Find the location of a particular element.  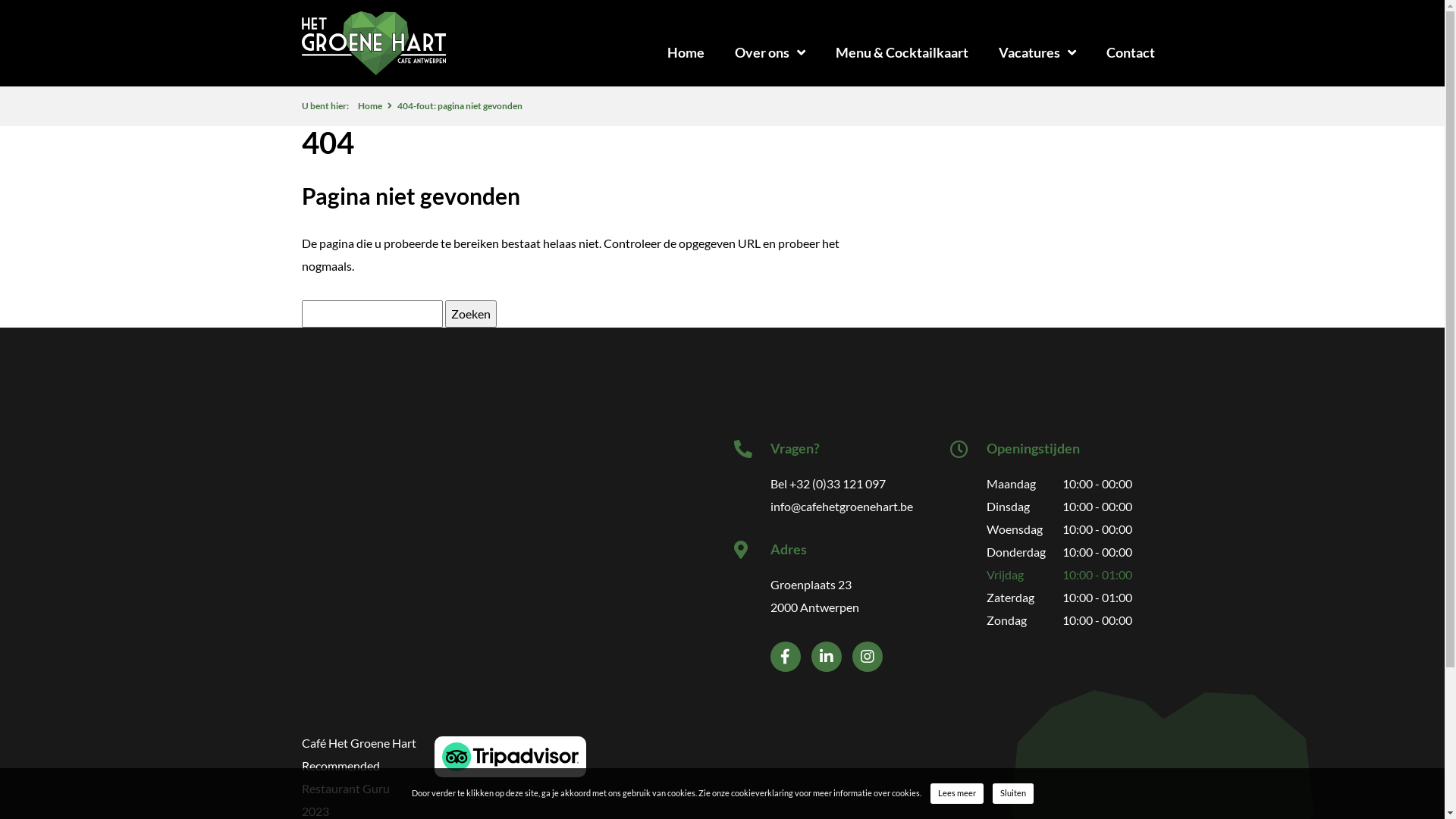

'+32 (0)33 121 097' is located at coordinates (789, 483).